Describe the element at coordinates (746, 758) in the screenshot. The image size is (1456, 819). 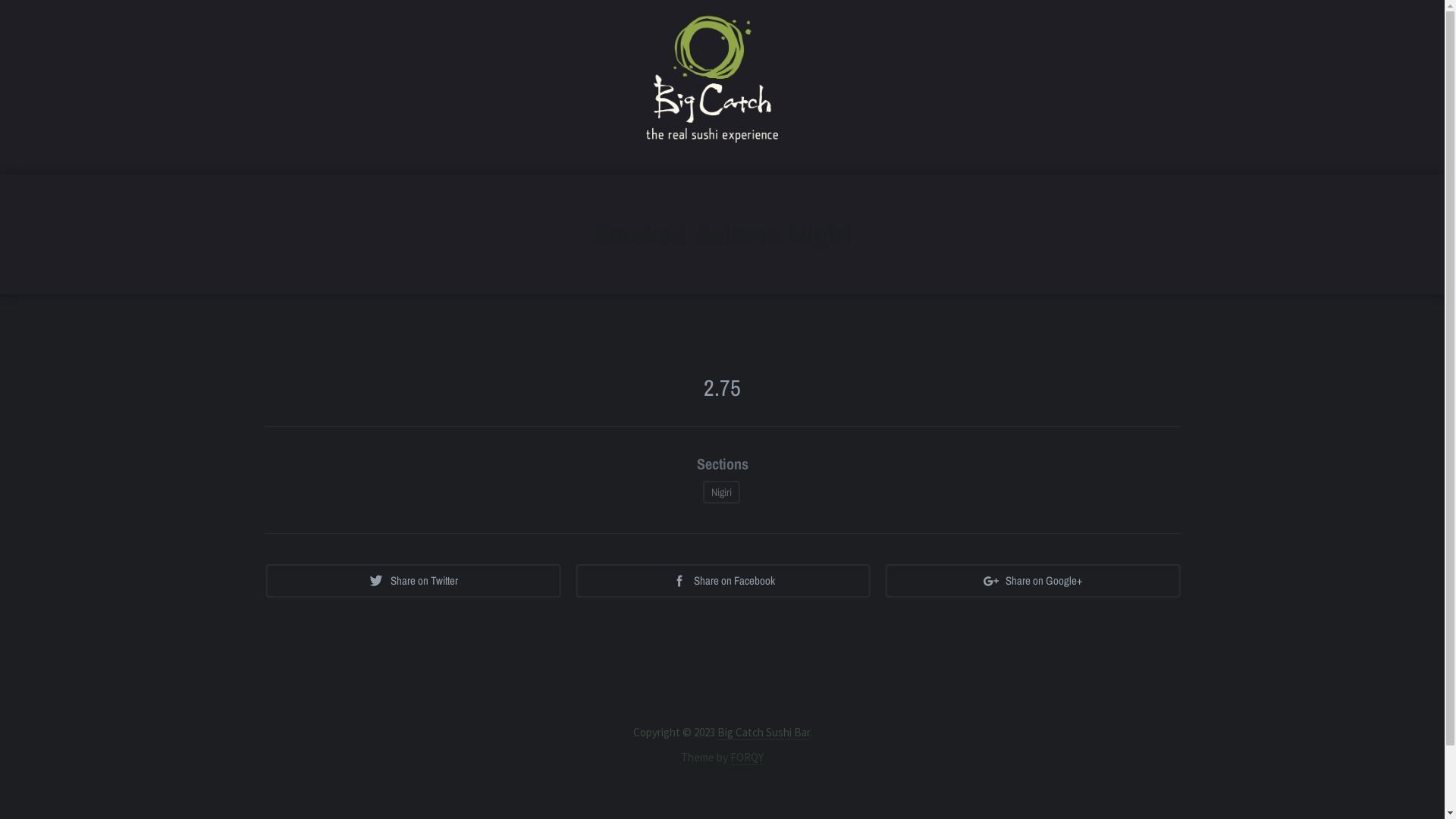
I see `'FORQY'` at that location.